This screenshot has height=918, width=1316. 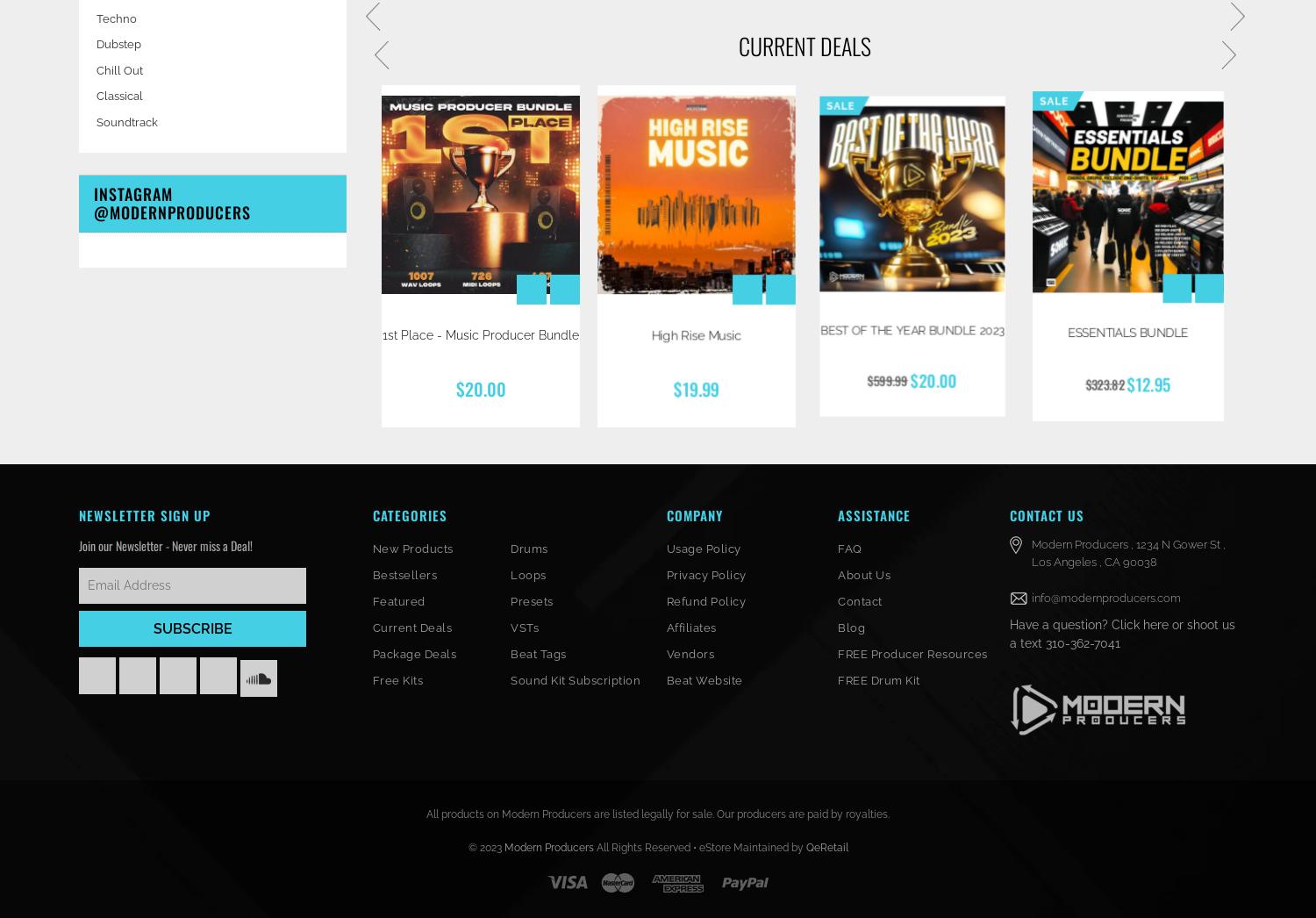 What do you see at coordinates (1104, 387) in the screenshot?
I see `'$323.82'` at bounding box center [1104, 387].